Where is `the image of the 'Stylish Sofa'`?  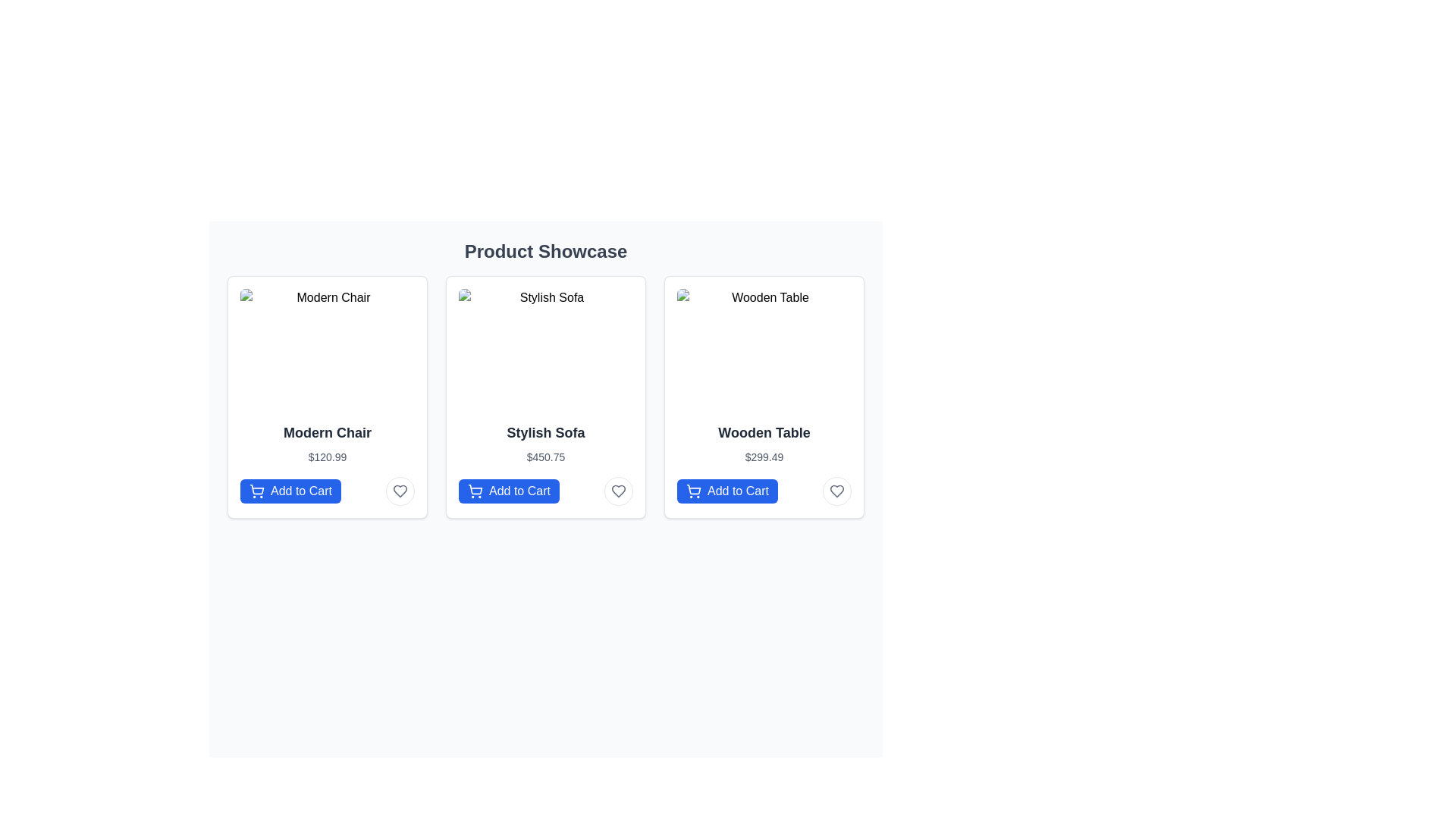
the image of the 'Stylish Sofa' is located at coordinates (546, 350).